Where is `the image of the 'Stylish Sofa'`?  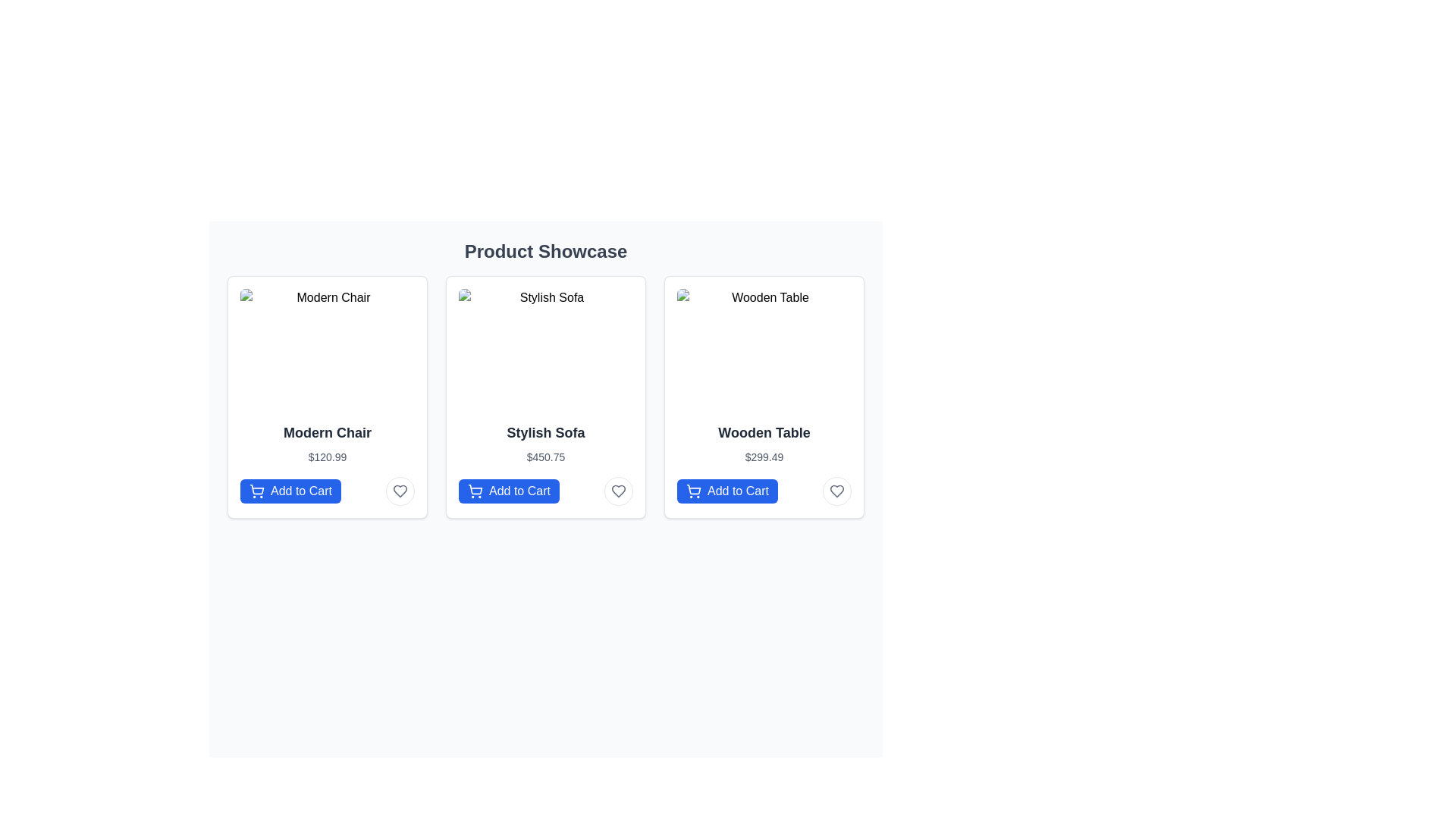
the image of the 'Stylish Sofa' is located at coordinates (546, 350).